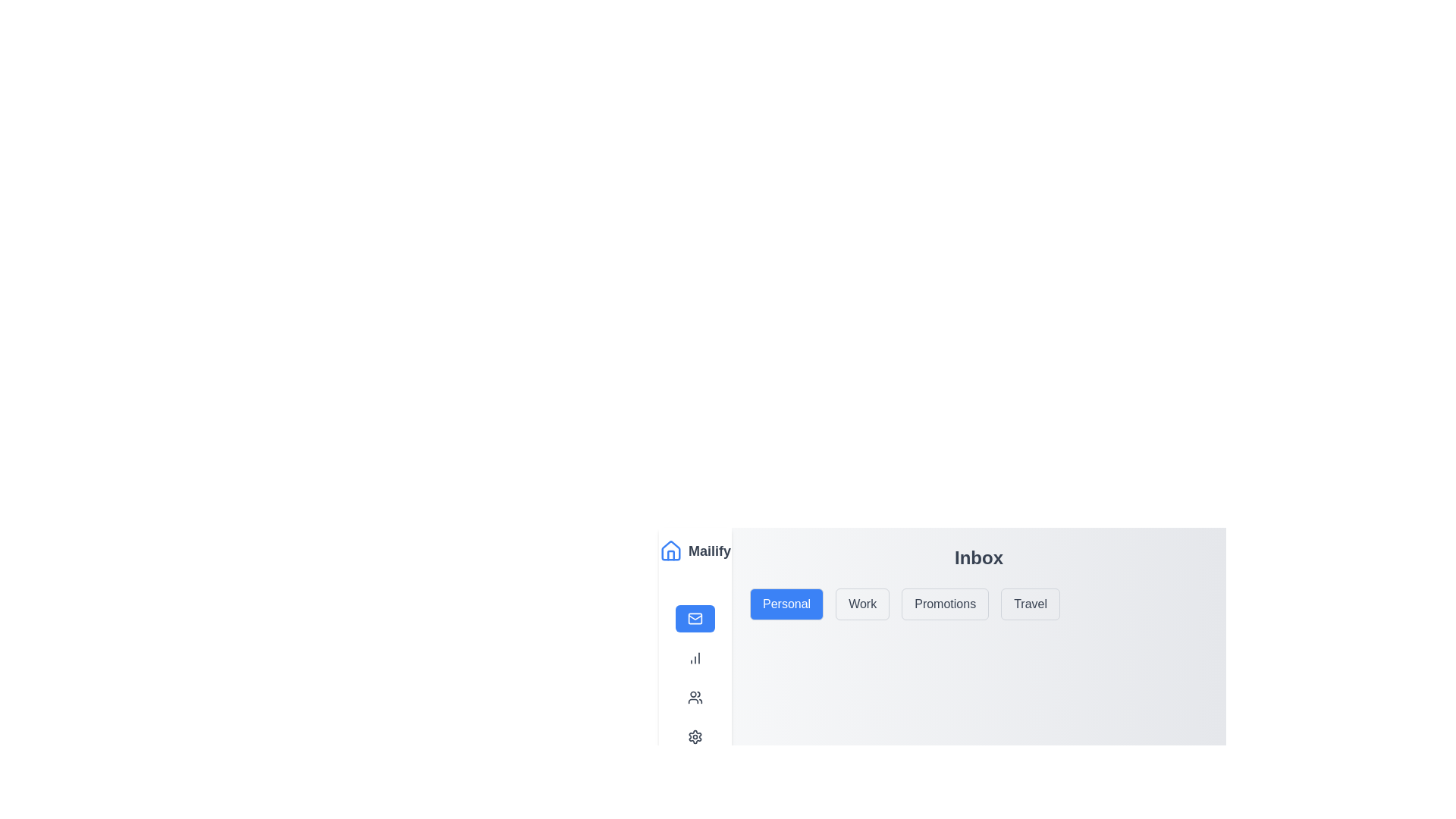  Describe the element at coordinates (709, 551) in the screenshot. I see `text of the 'Mailify' label located in the upper part of the left vertical navigation menu, positioned to the right of the blue house icon` at that location.